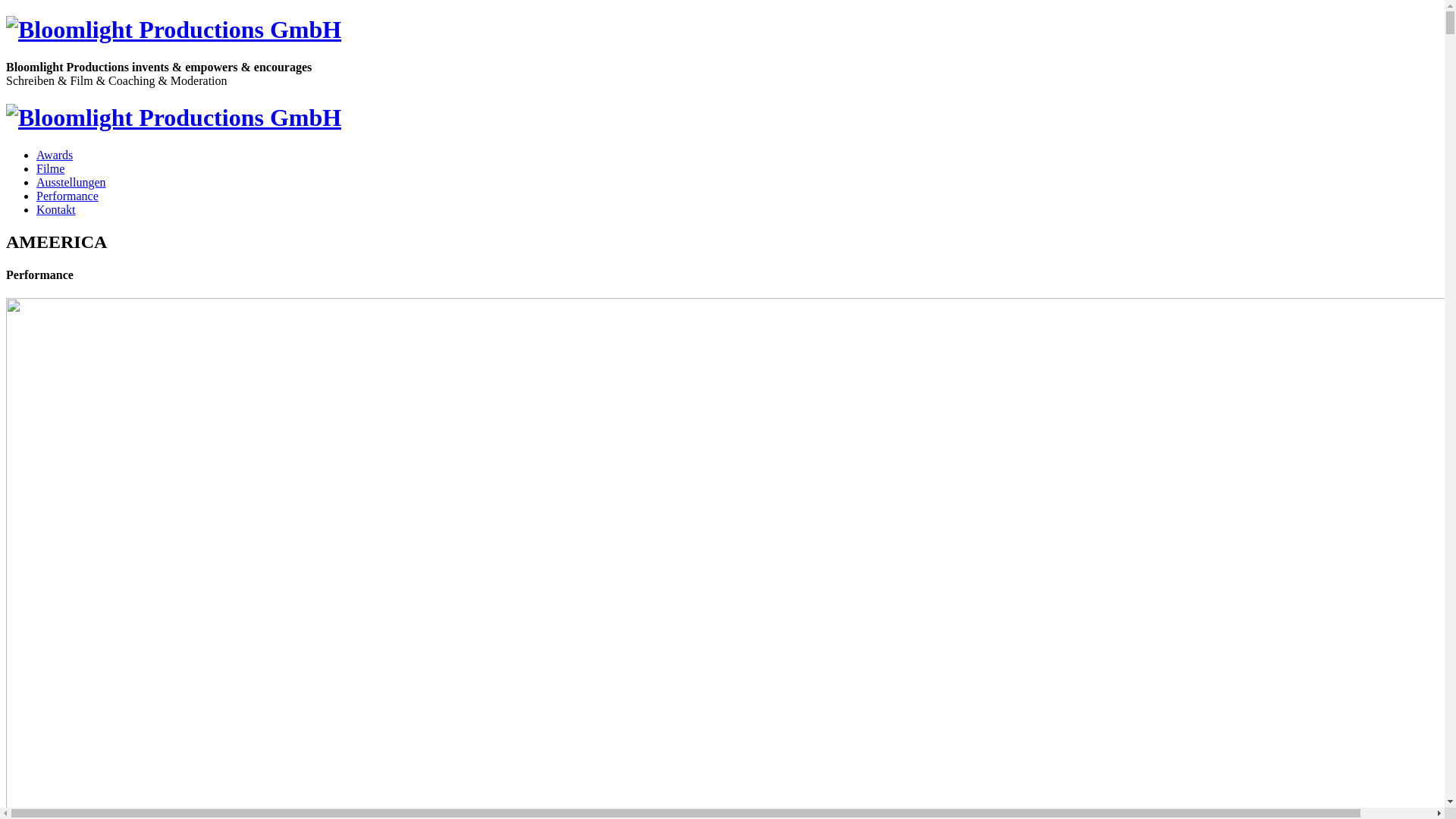 Image resolution: width=1456 pixels, height=819 pixels. What do you see at coordinates (67, 195) in the screenshot?
I see `'Performance'` at bounding box center [67, 195].